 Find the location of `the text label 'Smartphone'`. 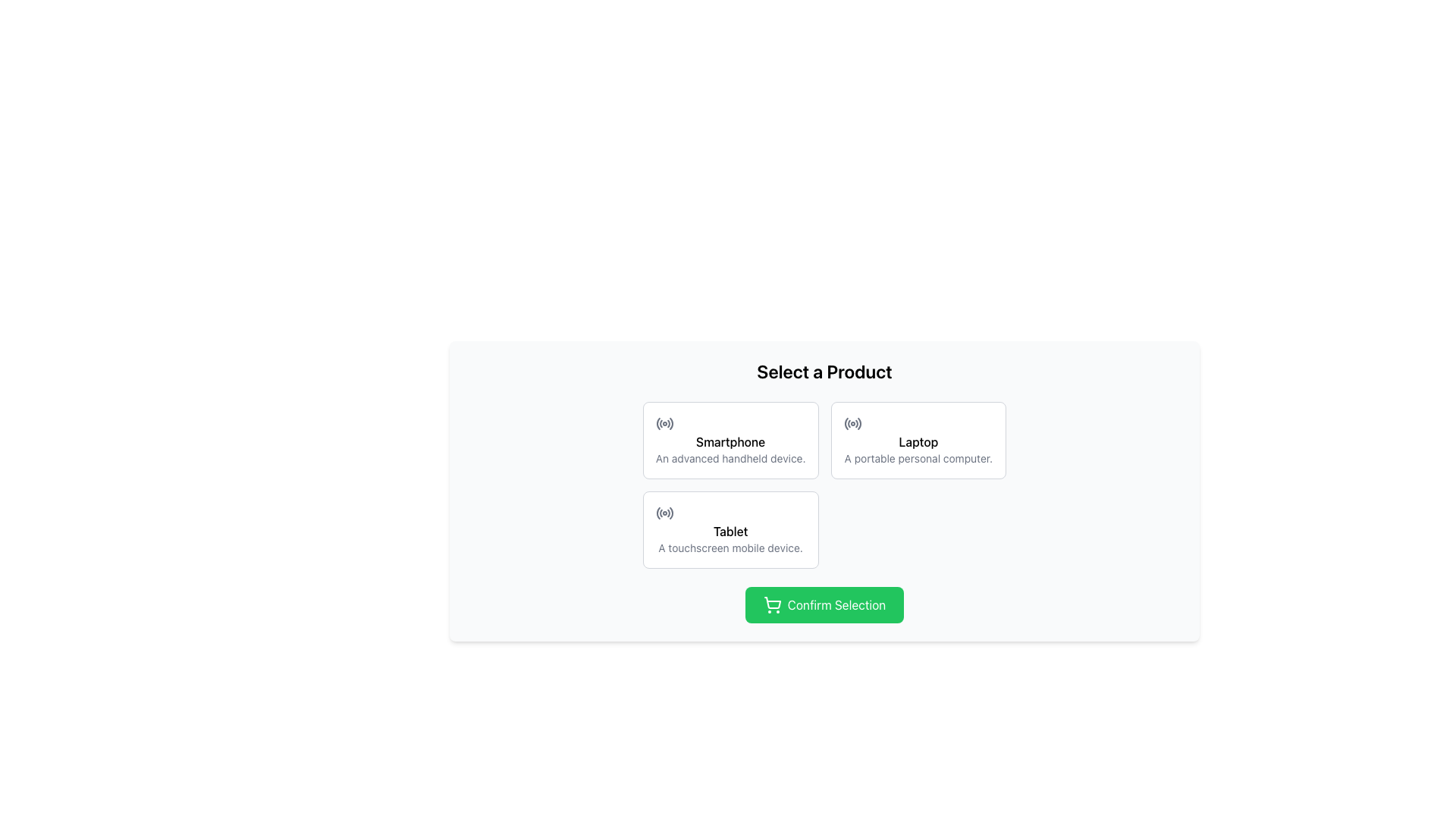

the text label 'Smartphone' is located at coordinates (730, 441).